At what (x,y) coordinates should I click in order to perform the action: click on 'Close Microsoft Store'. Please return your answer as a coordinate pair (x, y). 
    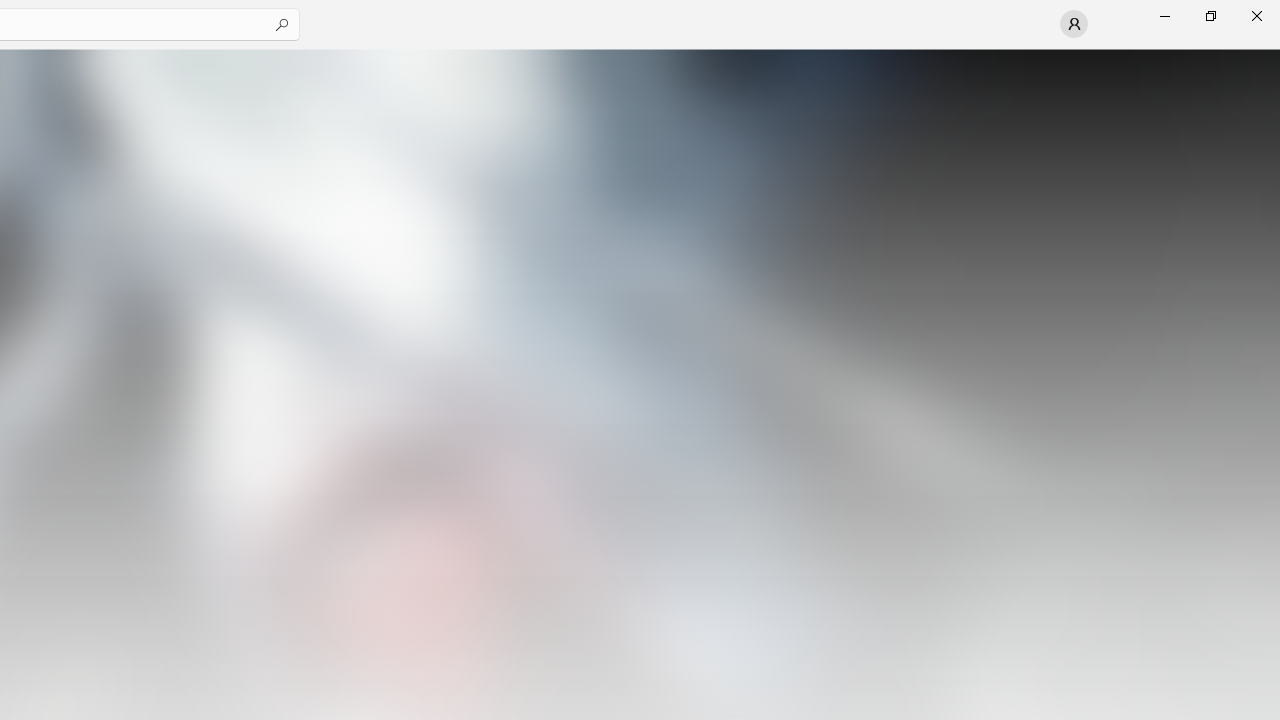
    Looking at the image, I should click on (1255, 15).